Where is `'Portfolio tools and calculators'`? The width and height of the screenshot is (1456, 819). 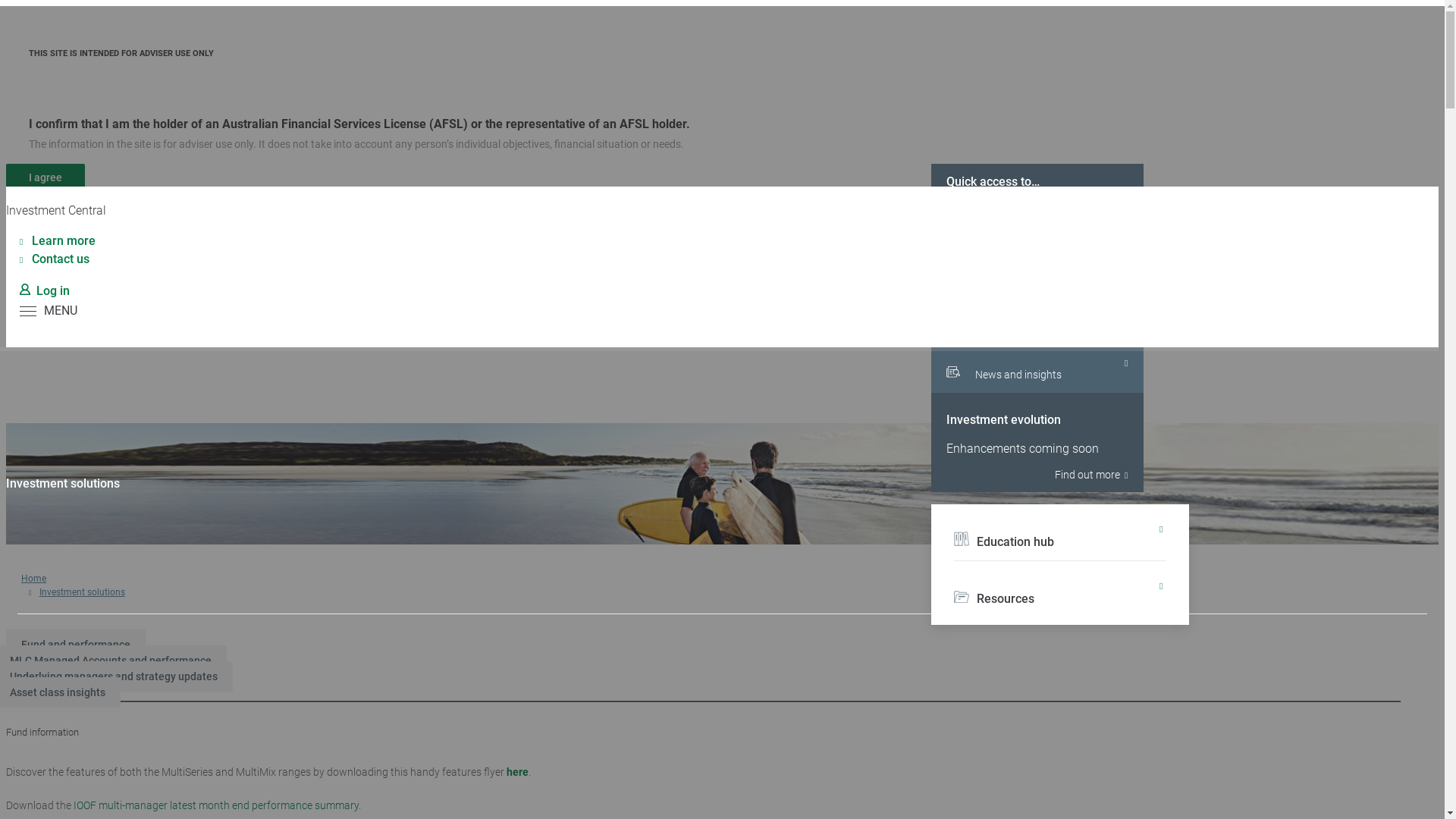 'Portfolio tools and calculators' is located at coordinates (1037, 224).